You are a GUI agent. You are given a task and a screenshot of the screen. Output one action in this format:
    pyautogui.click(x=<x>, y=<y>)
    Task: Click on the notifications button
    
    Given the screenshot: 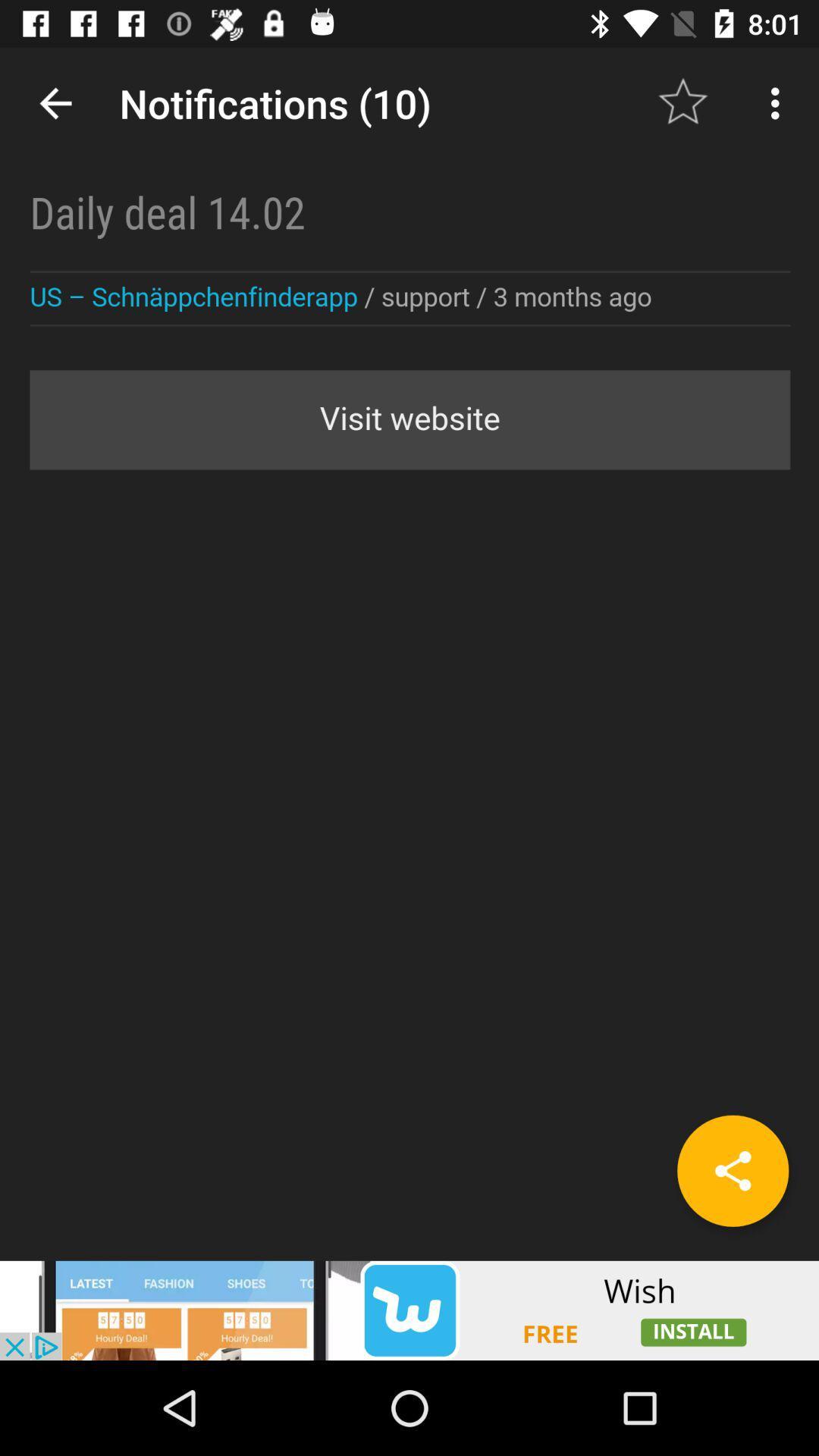 What is the action you would take?
    pyautogui.click(x=409, y=654)
    